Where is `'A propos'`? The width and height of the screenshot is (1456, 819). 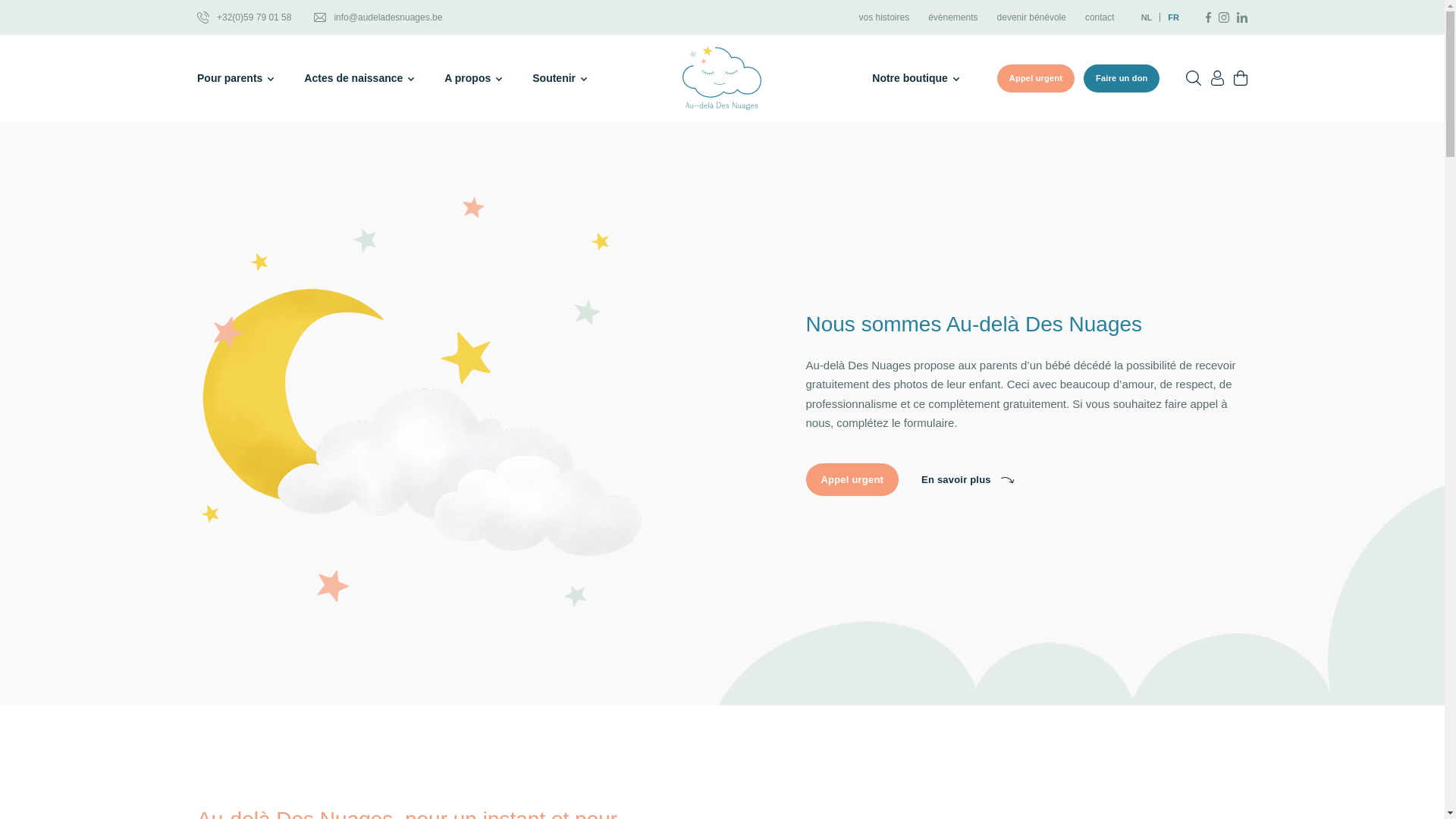 'A propos' is located at coordinates (472, 78).